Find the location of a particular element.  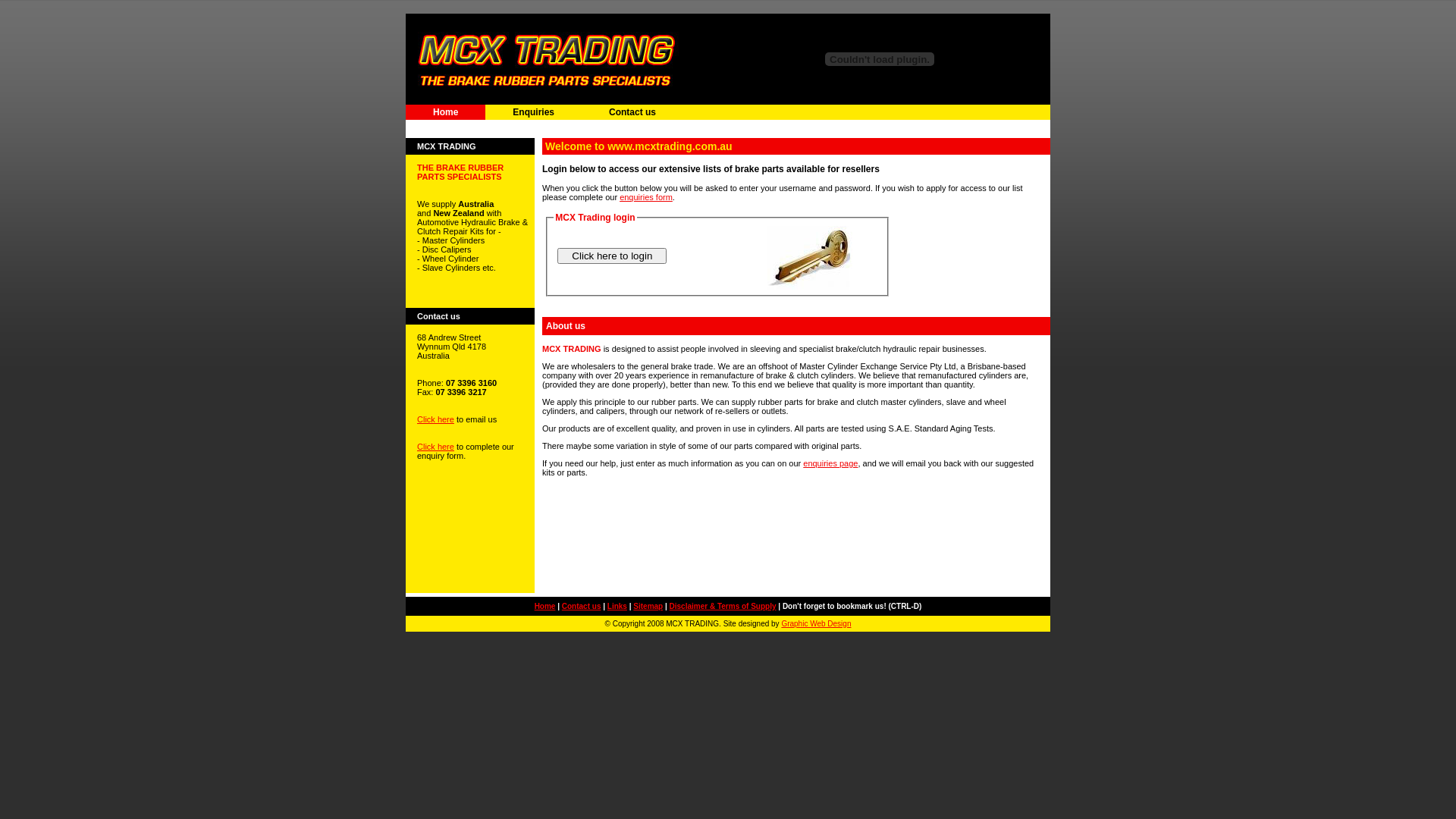

'Enquiries' is located at coordinates (533, 111).